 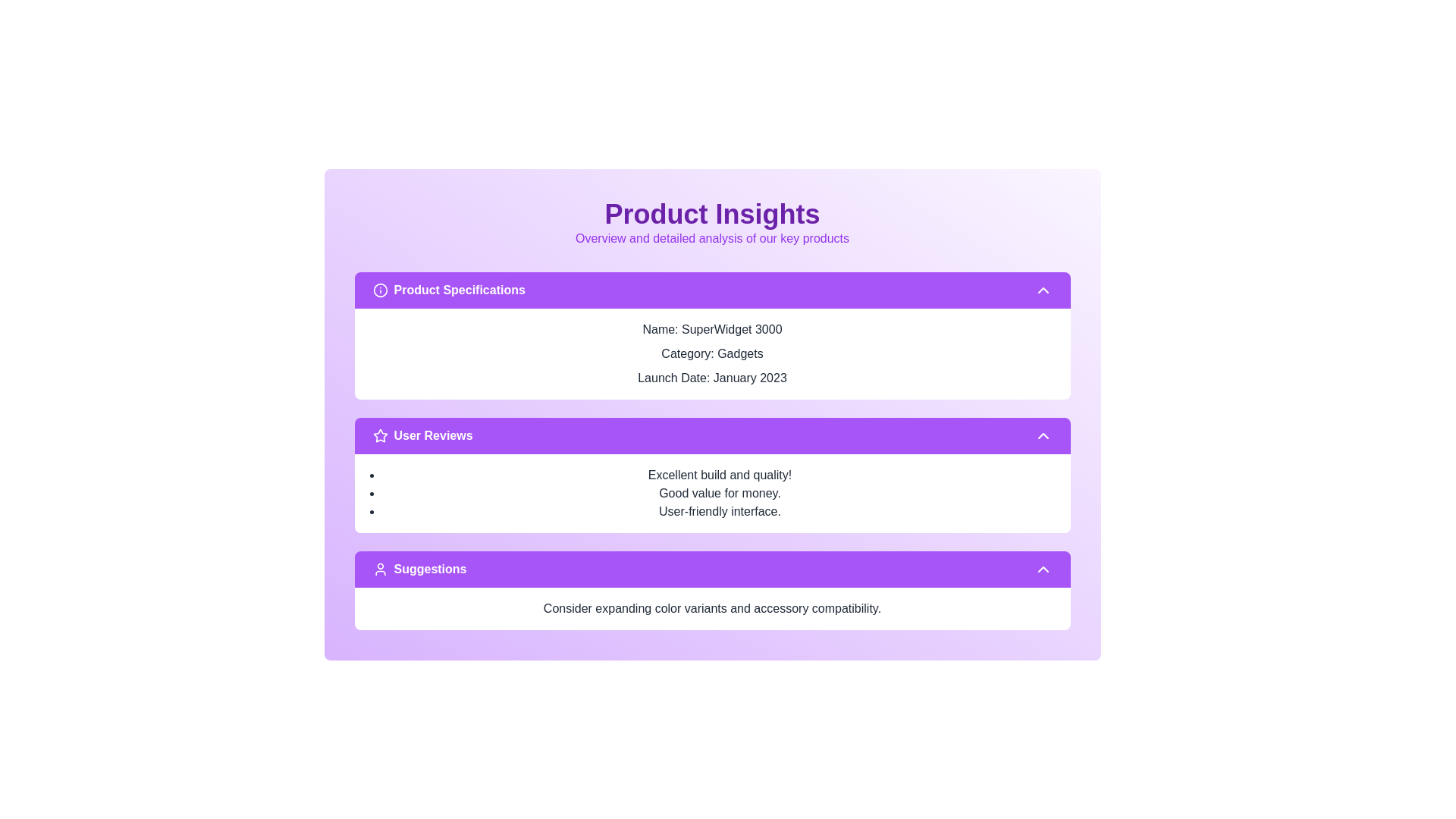 I want to click on the first review comment text in the 'User Reviews' section, which is located below 'Product Specifications' and above 'Suggestions', so click(x=719, y=475).